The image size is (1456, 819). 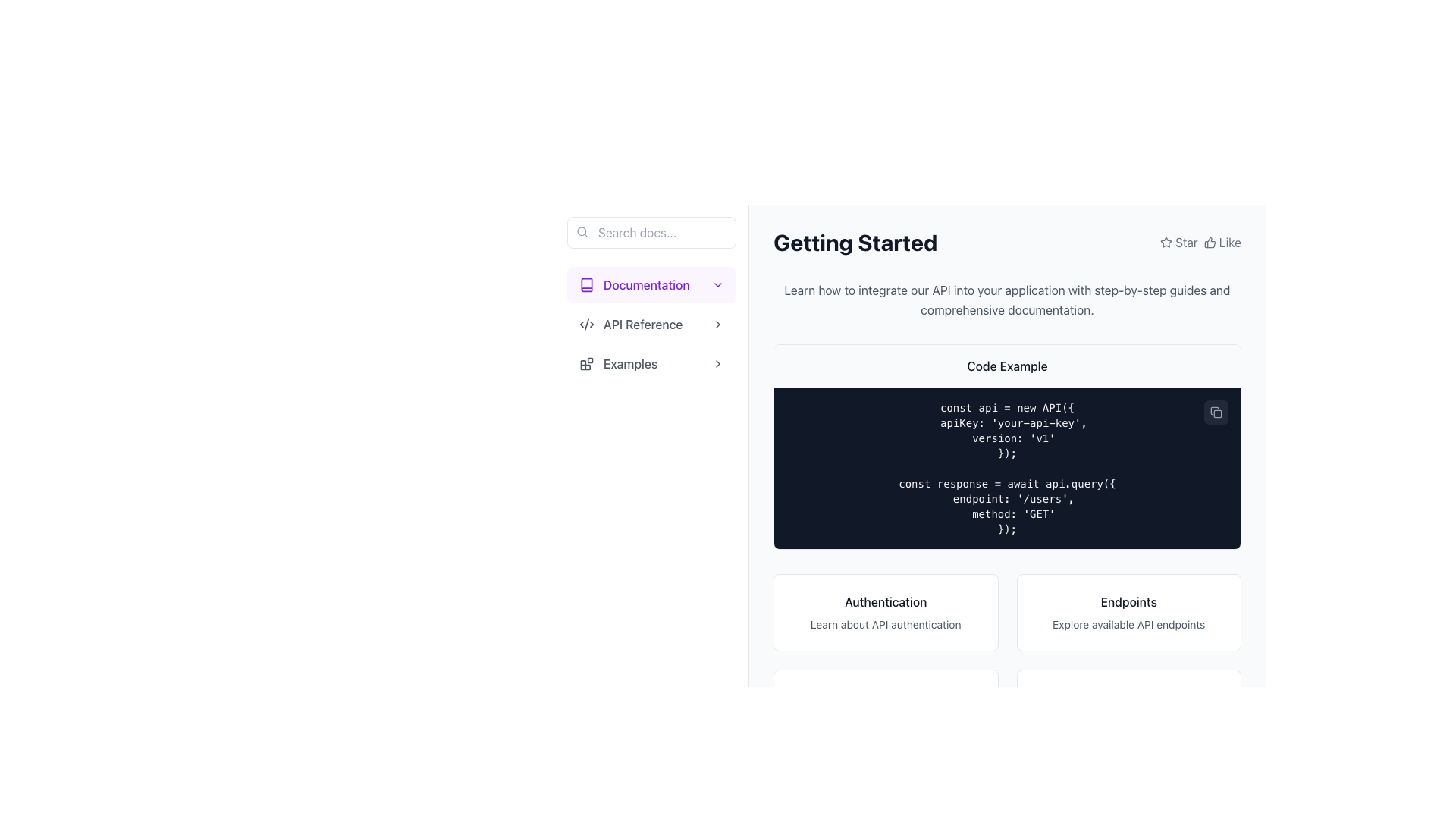 What do you see at coordinates (1166, 242) in the screenshot?
I see `the star icon that indicates marking or favoriting, located in the top-right corner of the interface next to the label 'Star'` at bounding box center [1166, 242].